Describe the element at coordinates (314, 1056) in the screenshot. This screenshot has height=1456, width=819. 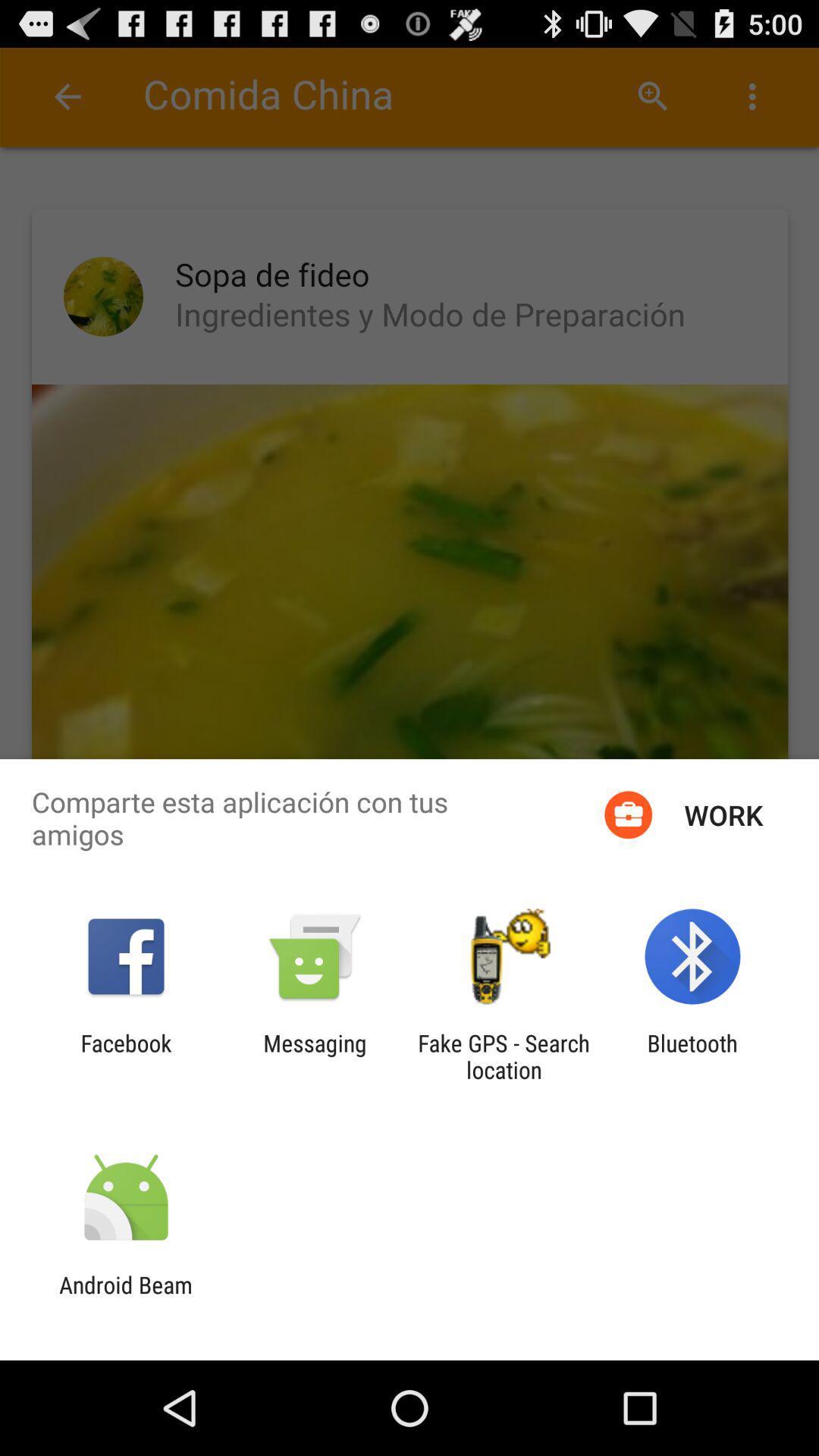
I see `item next to the facebook` at that location.